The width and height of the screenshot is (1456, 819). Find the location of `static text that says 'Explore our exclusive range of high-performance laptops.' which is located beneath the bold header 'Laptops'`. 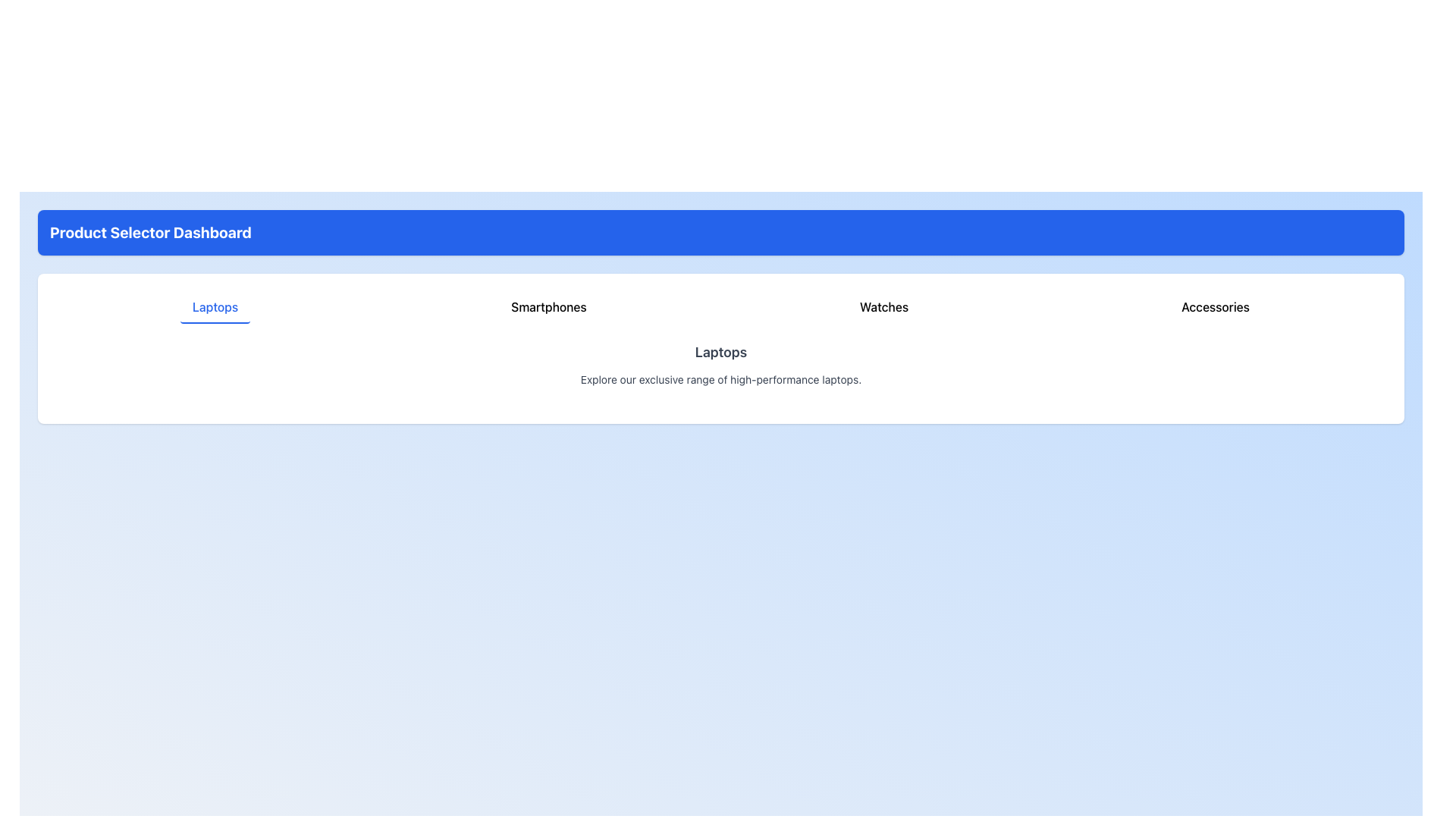

static text that says 'Explore our exclusive range of high-performance laptops.' which is located beneath the bold header 'Laptops' is located at coordinates (720, 379).